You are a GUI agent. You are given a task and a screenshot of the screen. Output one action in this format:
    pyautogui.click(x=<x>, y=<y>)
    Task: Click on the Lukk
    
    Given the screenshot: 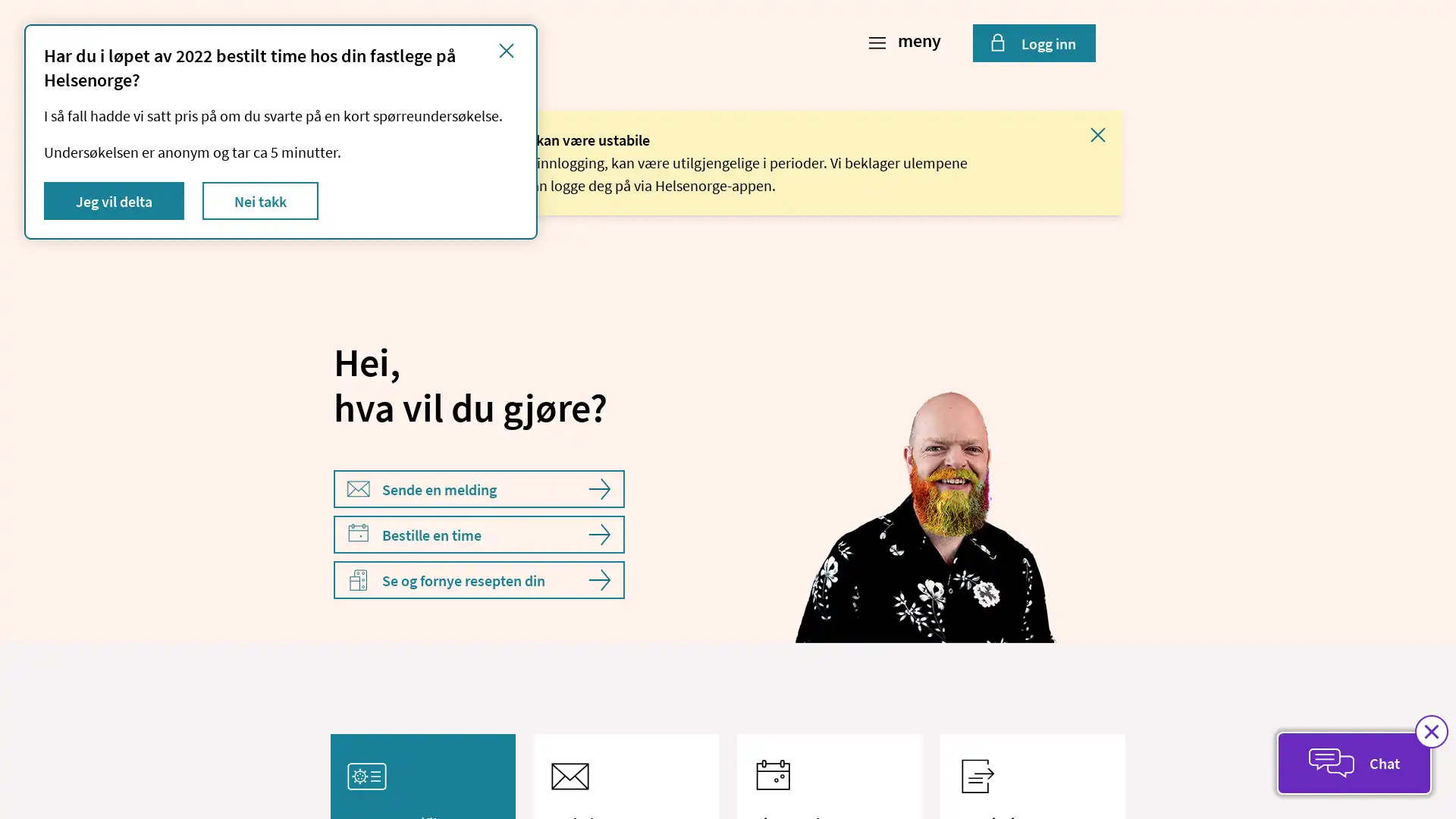 What is the action you would take?
    pyautogui.click(x=506, y=49)
    